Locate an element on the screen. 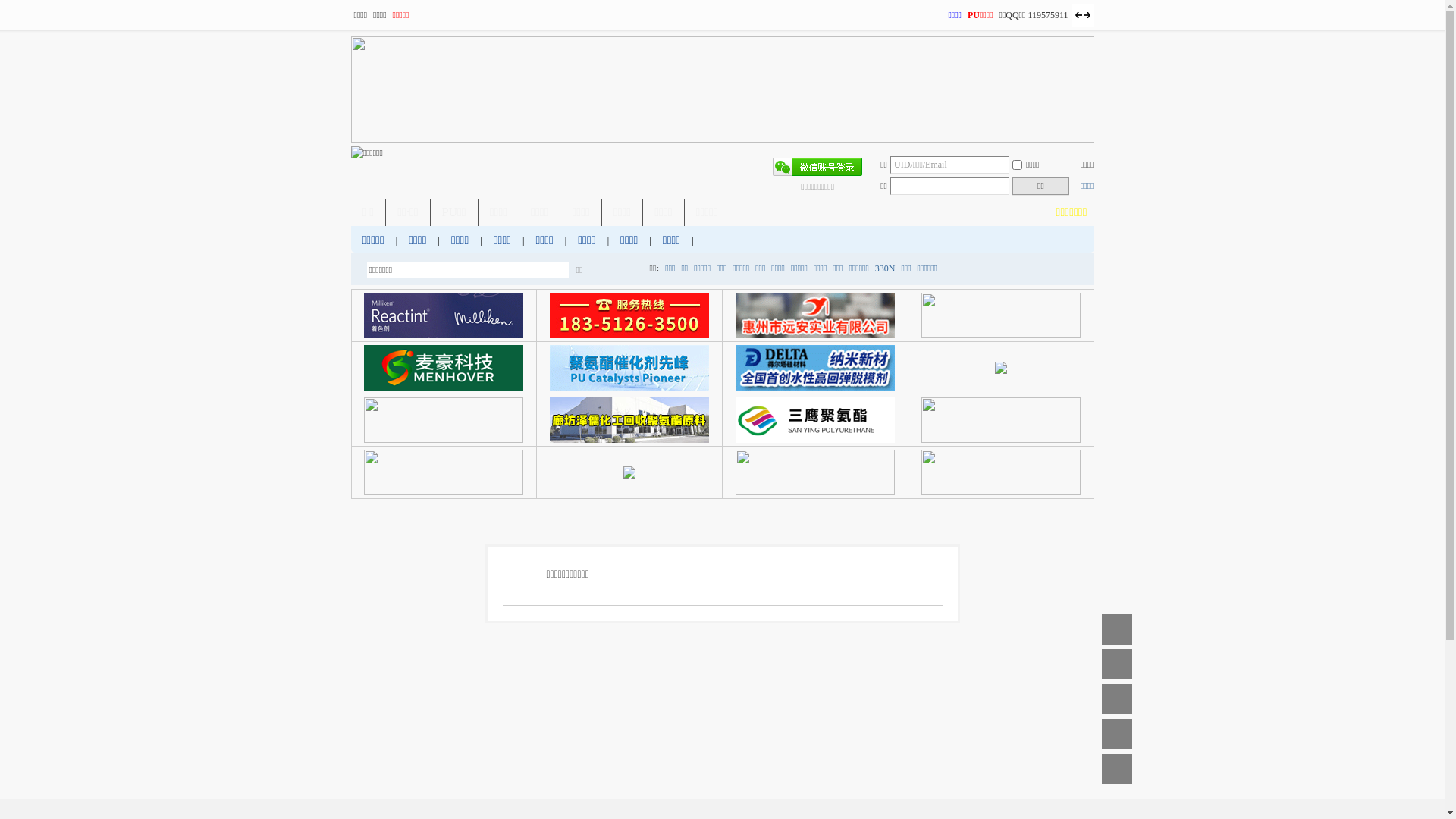 This screenshot has width=1456, height=819. '330N' is located at coordinates (885, 268).